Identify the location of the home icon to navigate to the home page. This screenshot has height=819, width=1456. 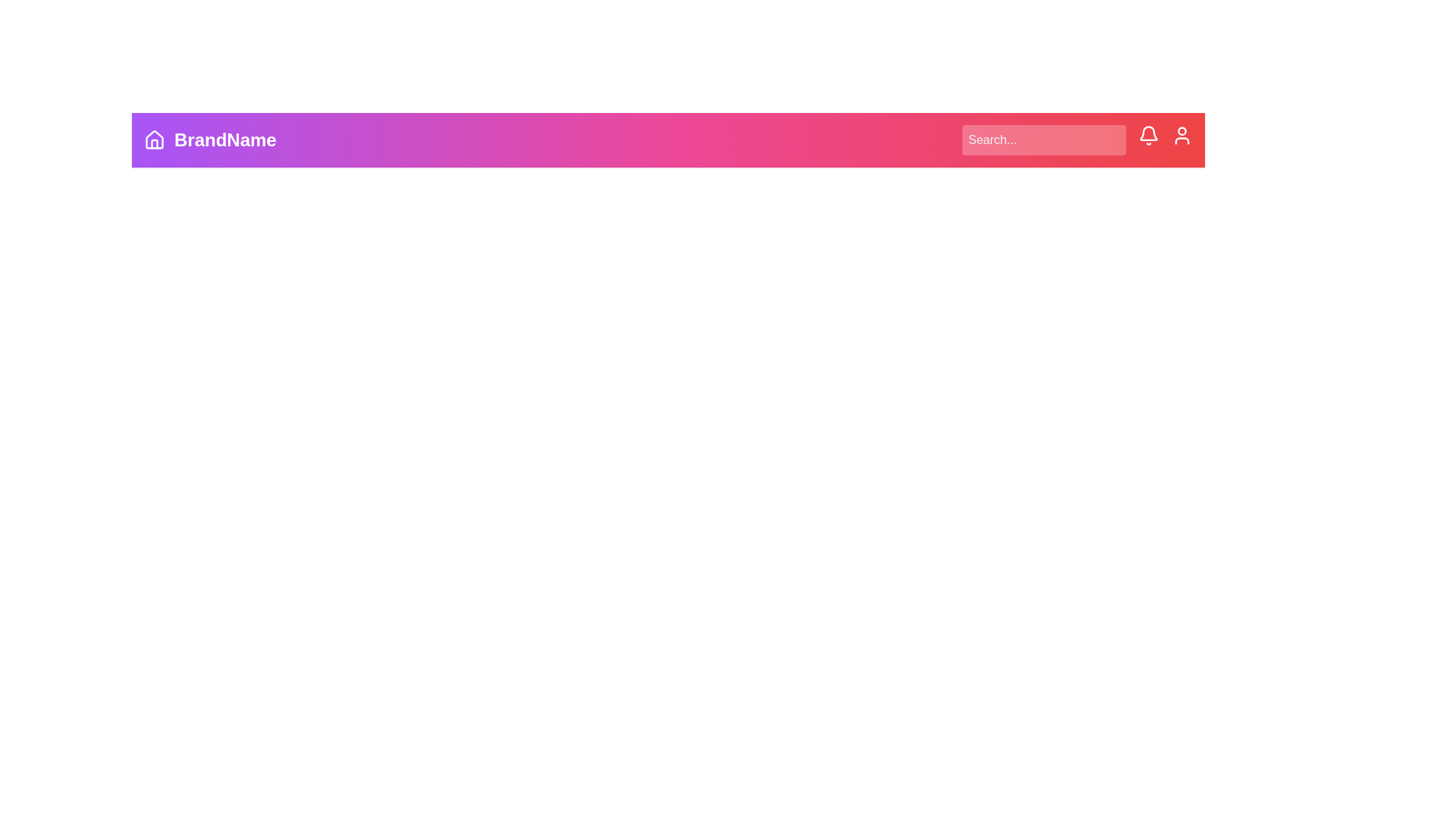
(154, 140).